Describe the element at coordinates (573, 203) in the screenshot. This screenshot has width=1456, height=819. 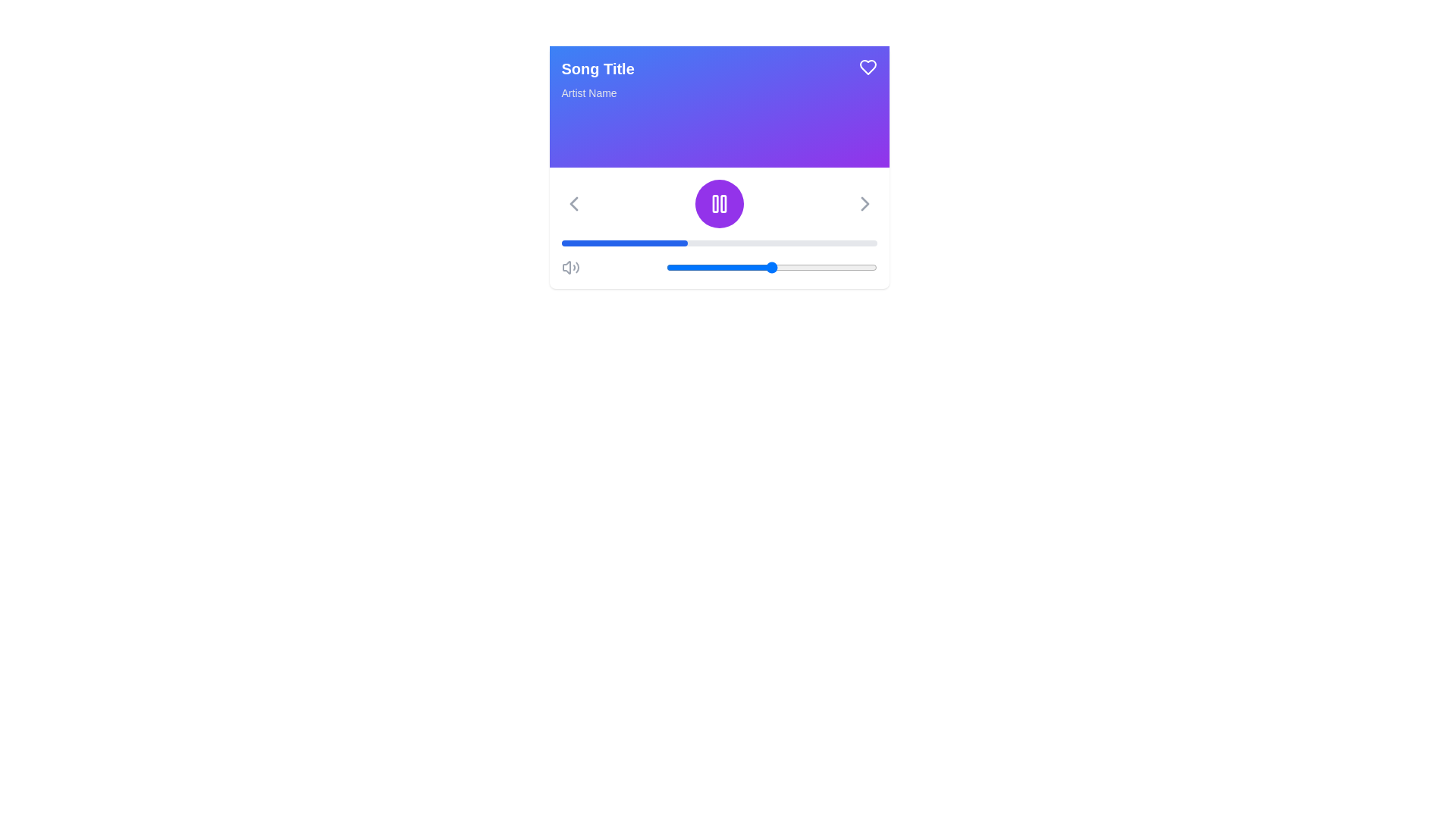
I see `the chevron icon located in the top-left section of the player control bar` at that location.